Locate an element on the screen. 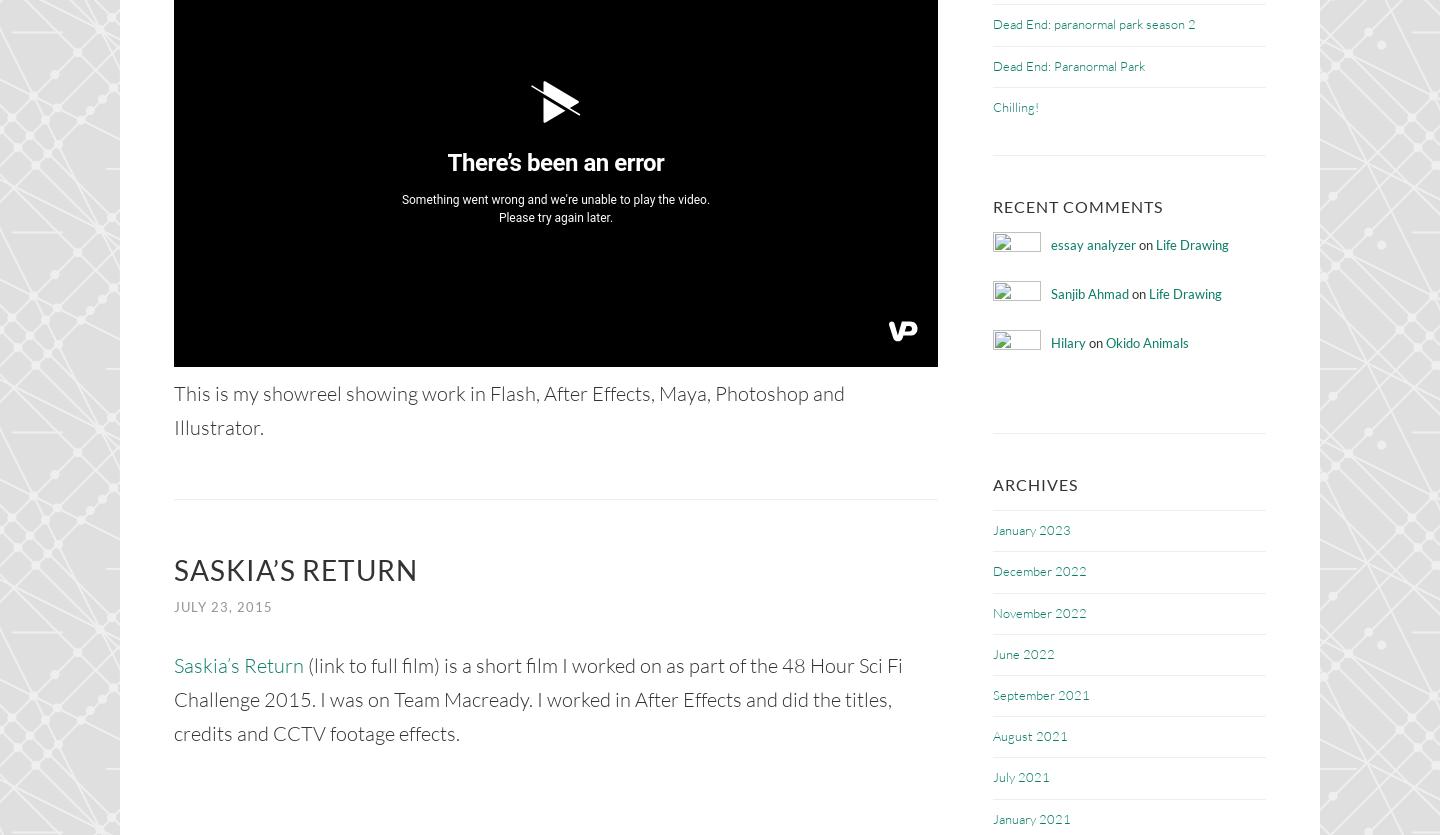 The image size is (1440, 835). 'November 2022' is located at coordinates (1039, 610).